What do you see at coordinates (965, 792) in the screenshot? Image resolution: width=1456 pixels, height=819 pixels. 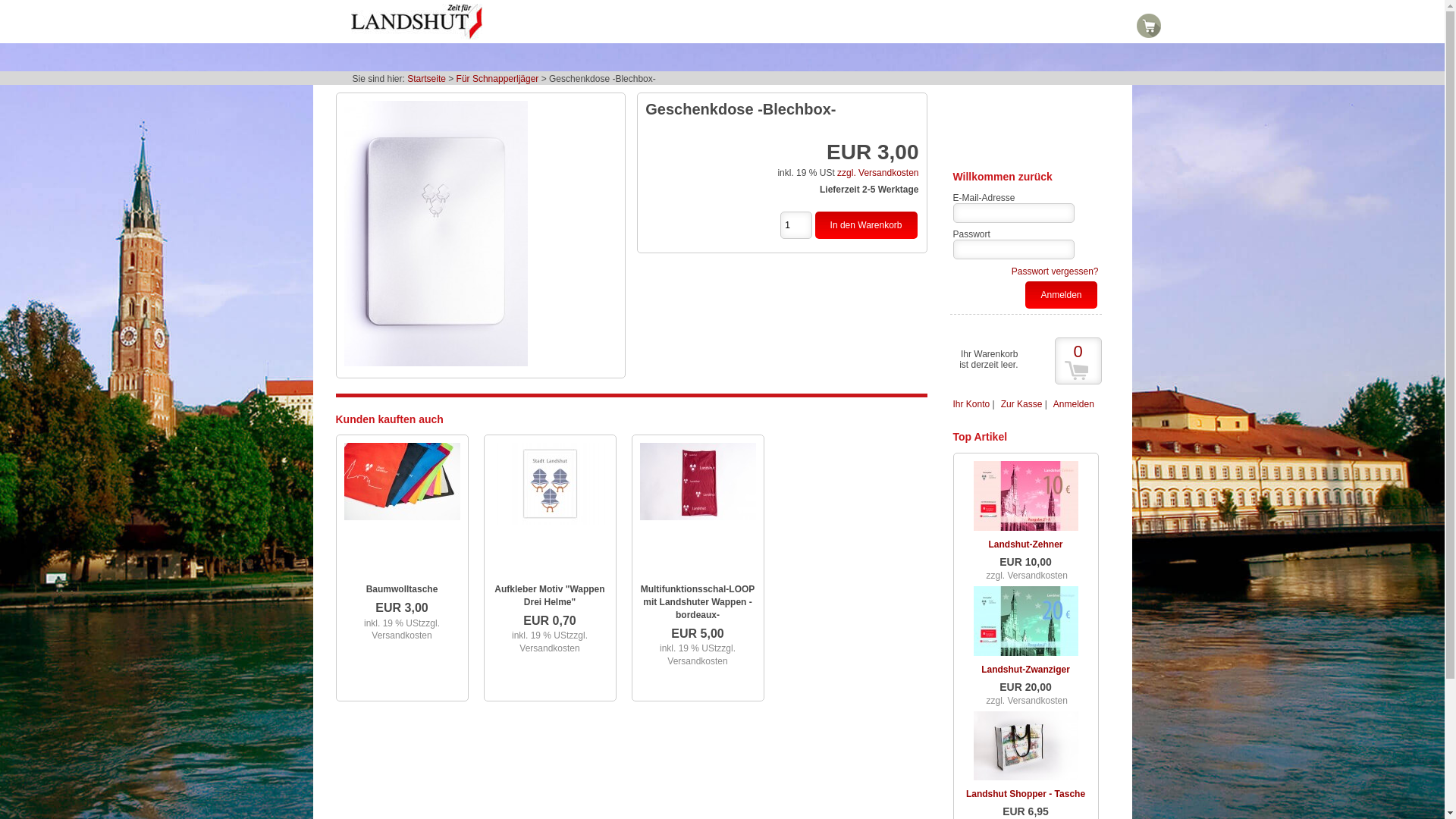 I see `'Landshut Shopper - Tasche'` at bounding box center [965, 792].